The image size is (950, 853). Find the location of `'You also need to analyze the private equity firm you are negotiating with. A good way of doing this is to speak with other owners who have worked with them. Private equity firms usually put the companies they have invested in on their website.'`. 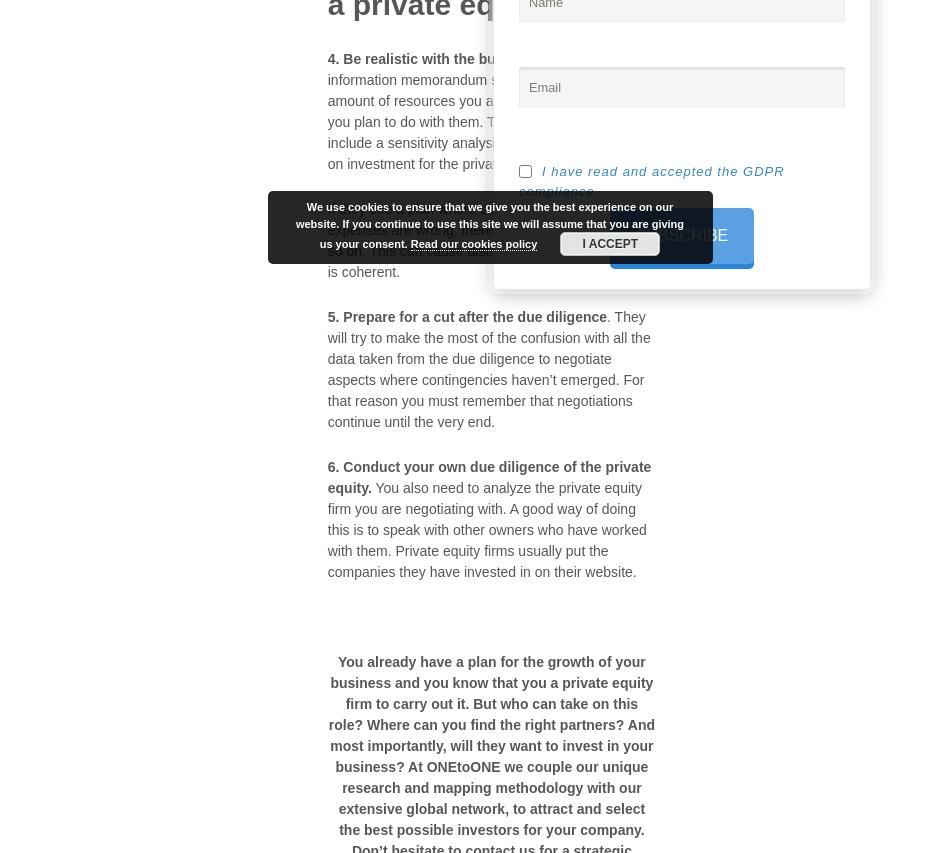

'You also need to analyze the private equity firm you are negotiating with. A good way of doing this is to speak with other owners who have worked with them. Private equity firms usually put the companies they have invested in on their website.' is located at coordinates (325, 528).